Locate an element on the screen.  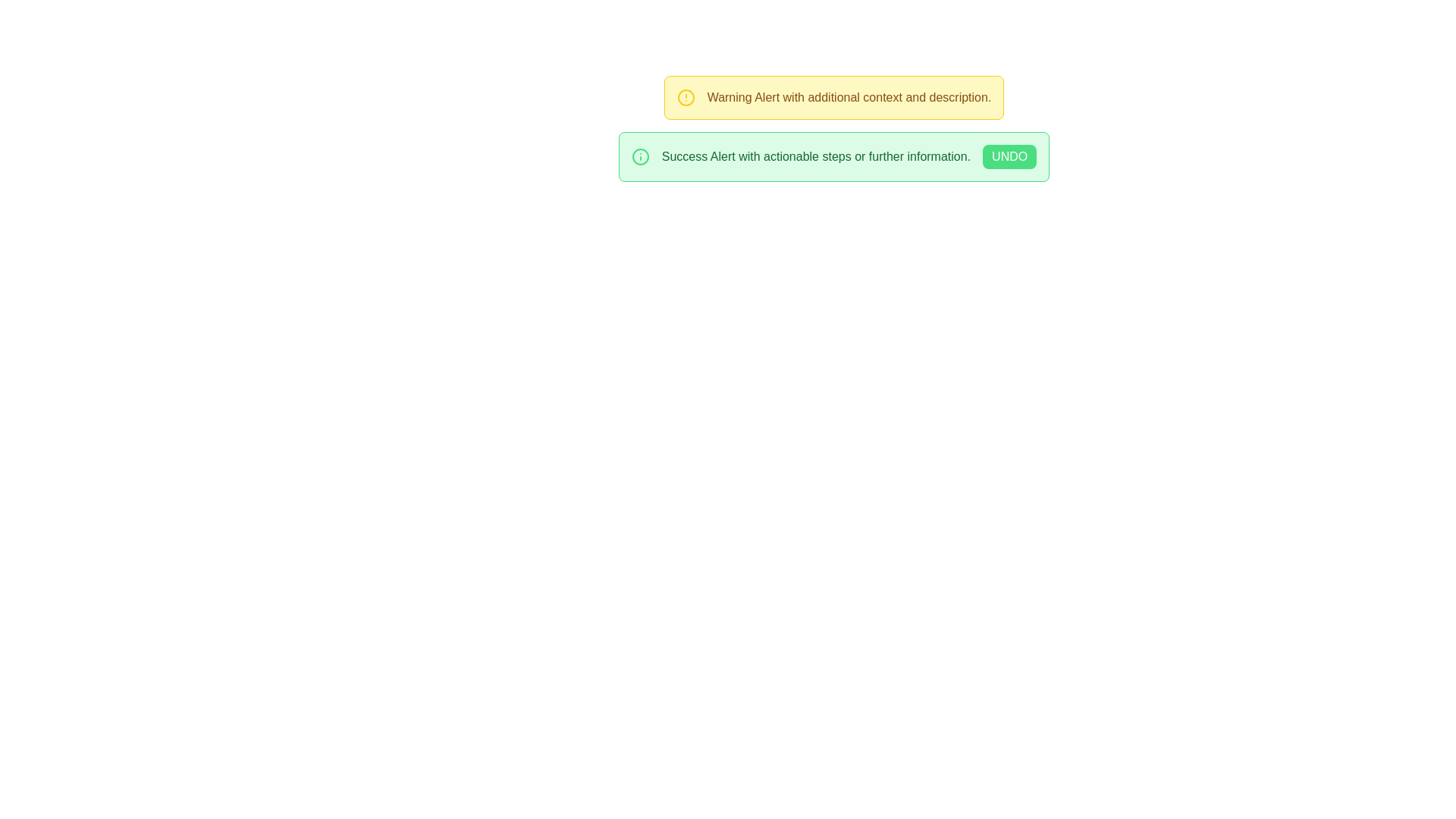
the circular alert icon with a yellow outline located in the yellow-bordered alert box on the left side of the text 'Warning Alert with additional context and description.' is located at coordinates (685, 97).